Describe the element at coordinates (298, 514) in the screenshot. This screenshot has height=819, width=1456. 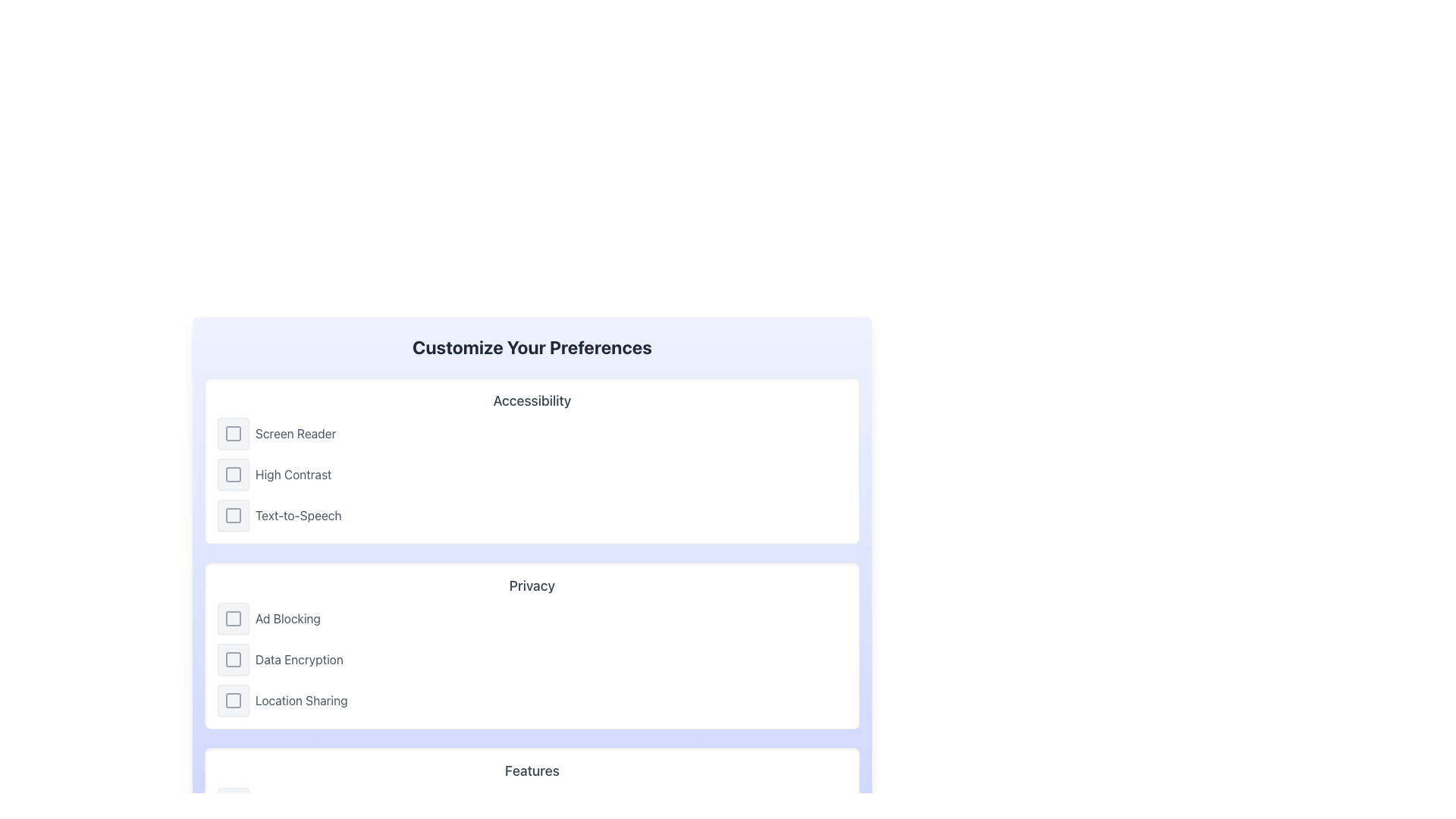
I see `the 'Text-to-Speech' label text associated with the checkbox component, which is part of a list of accessibility features` at that location.